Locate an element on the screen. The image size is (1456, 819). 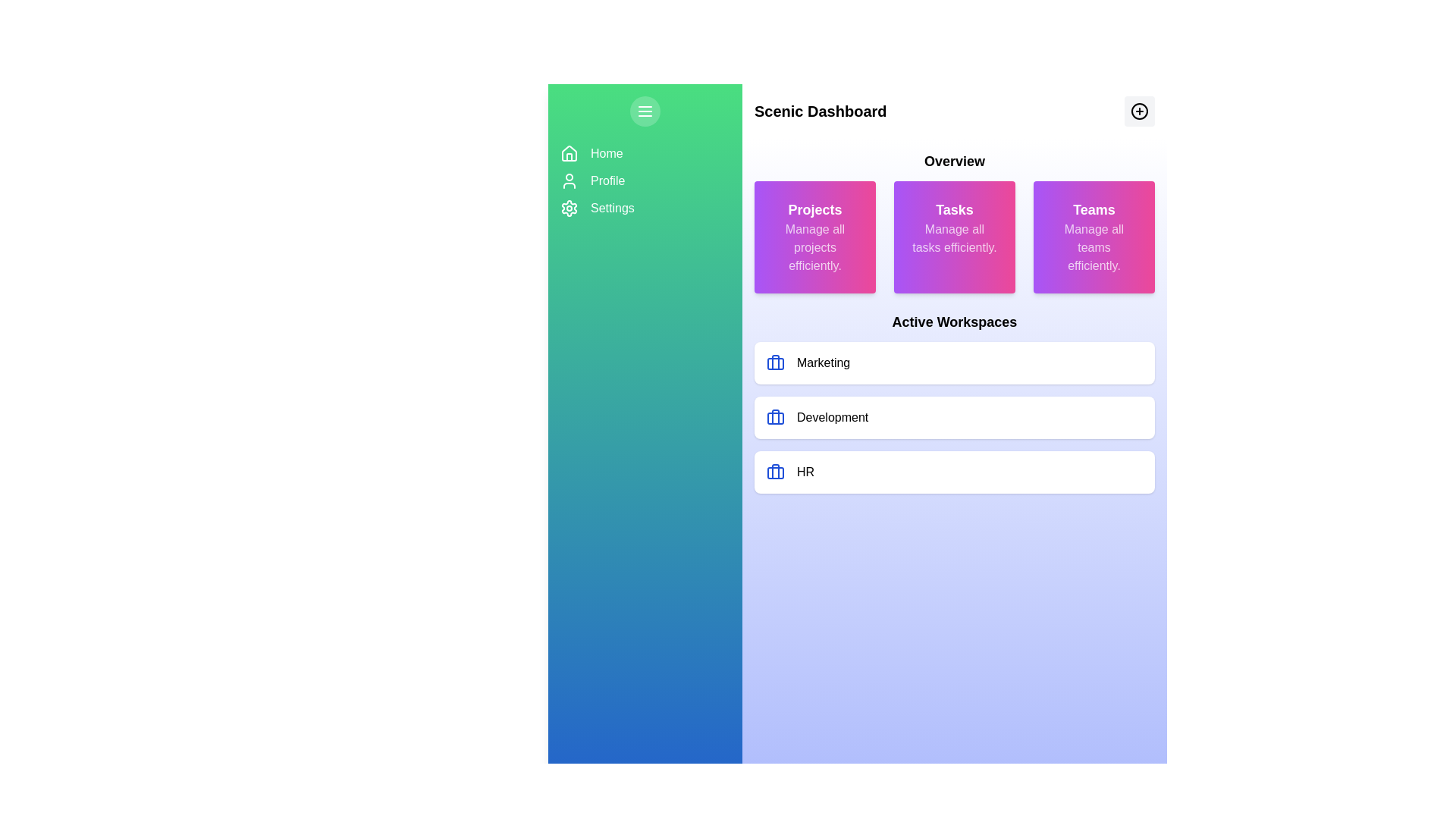
the blue rectangular icon with rounded corners that is part of the briefcase icon in the 'Active Workspaces' section is located at coordinates (775, 418).